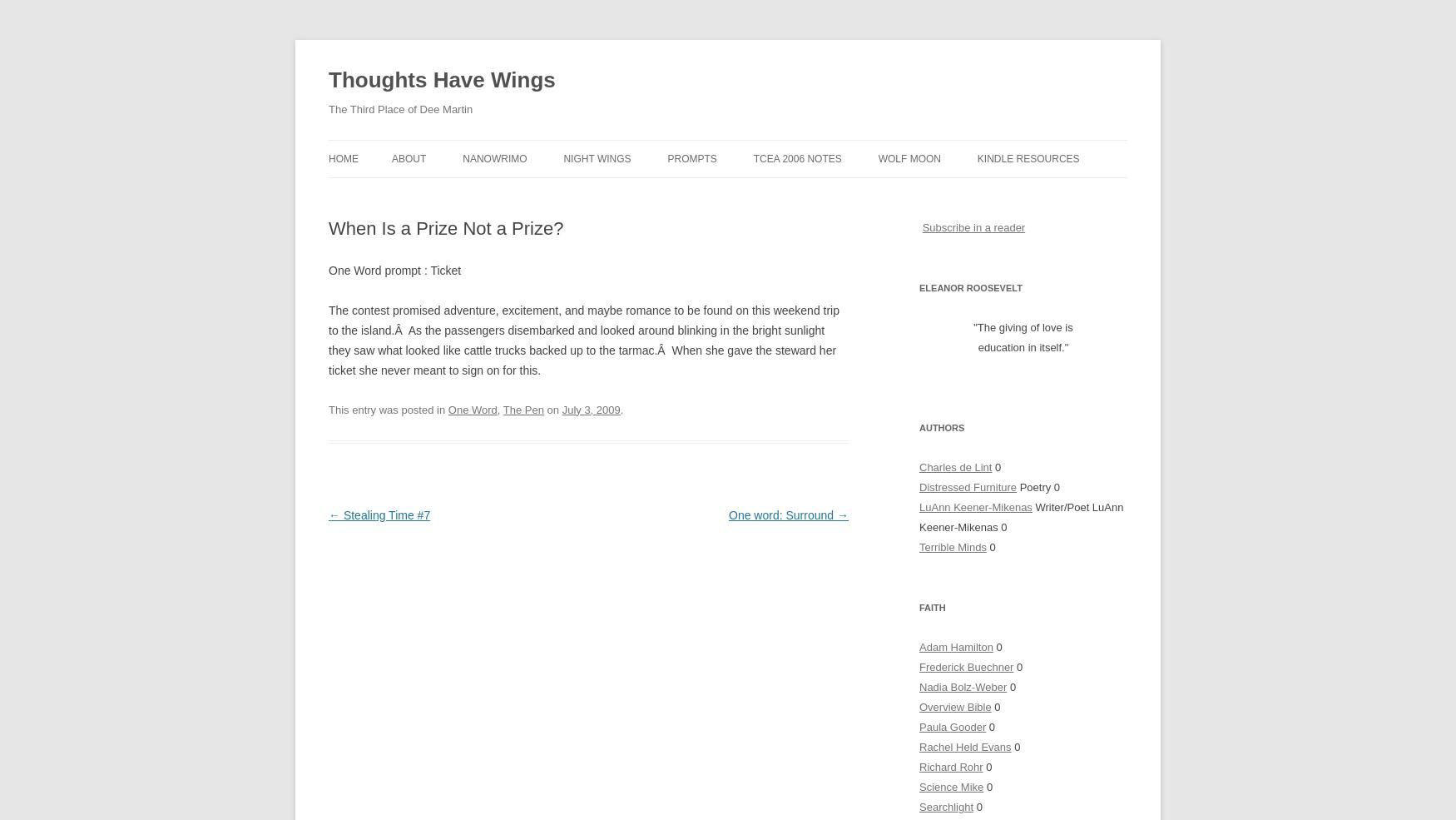 This screenshot has width=1456, height=820. I want to click on 'Searchlight', so click(919, 807).